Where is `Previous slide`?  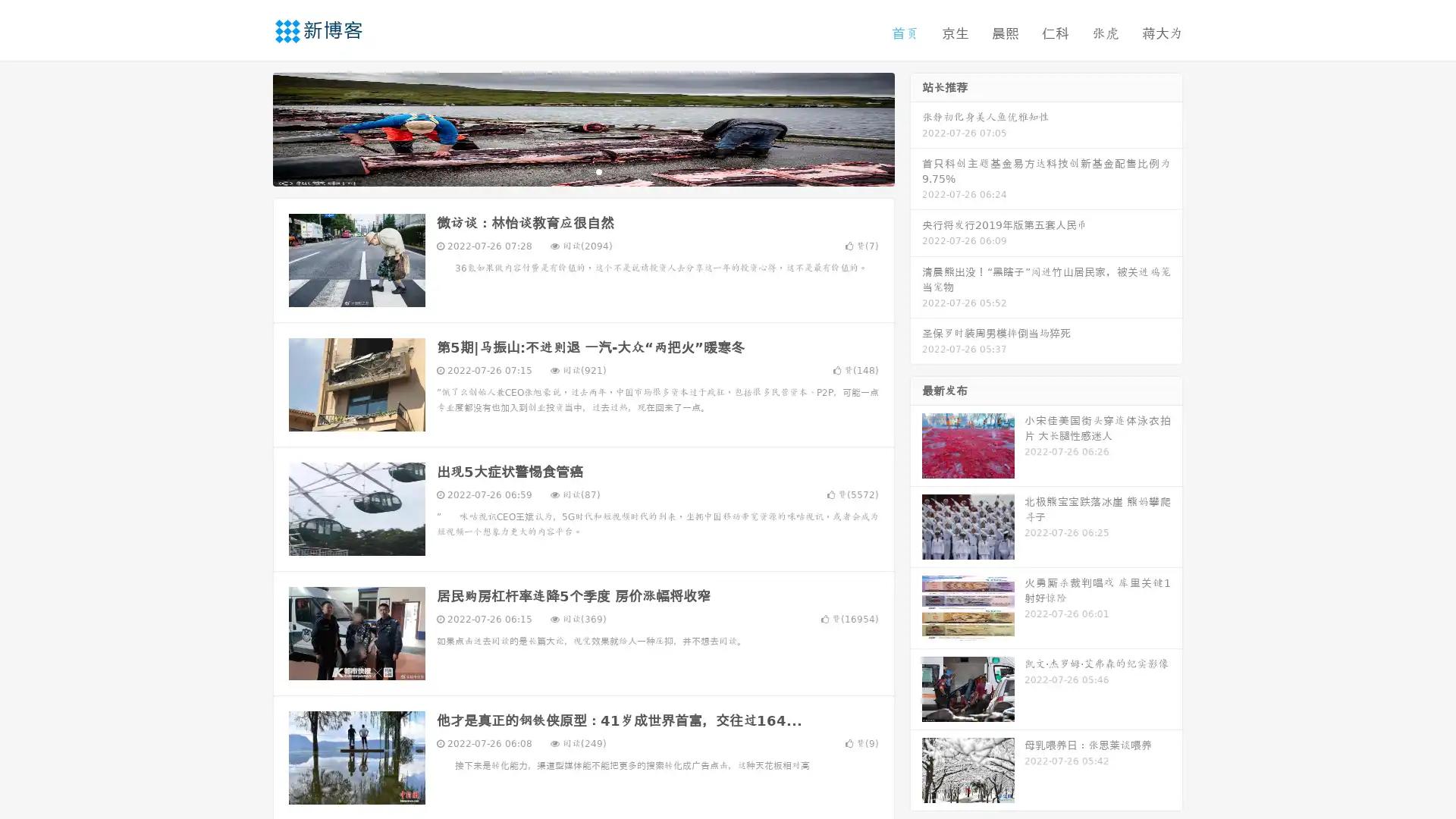 Previous slide is located at coordinates (250, 127).